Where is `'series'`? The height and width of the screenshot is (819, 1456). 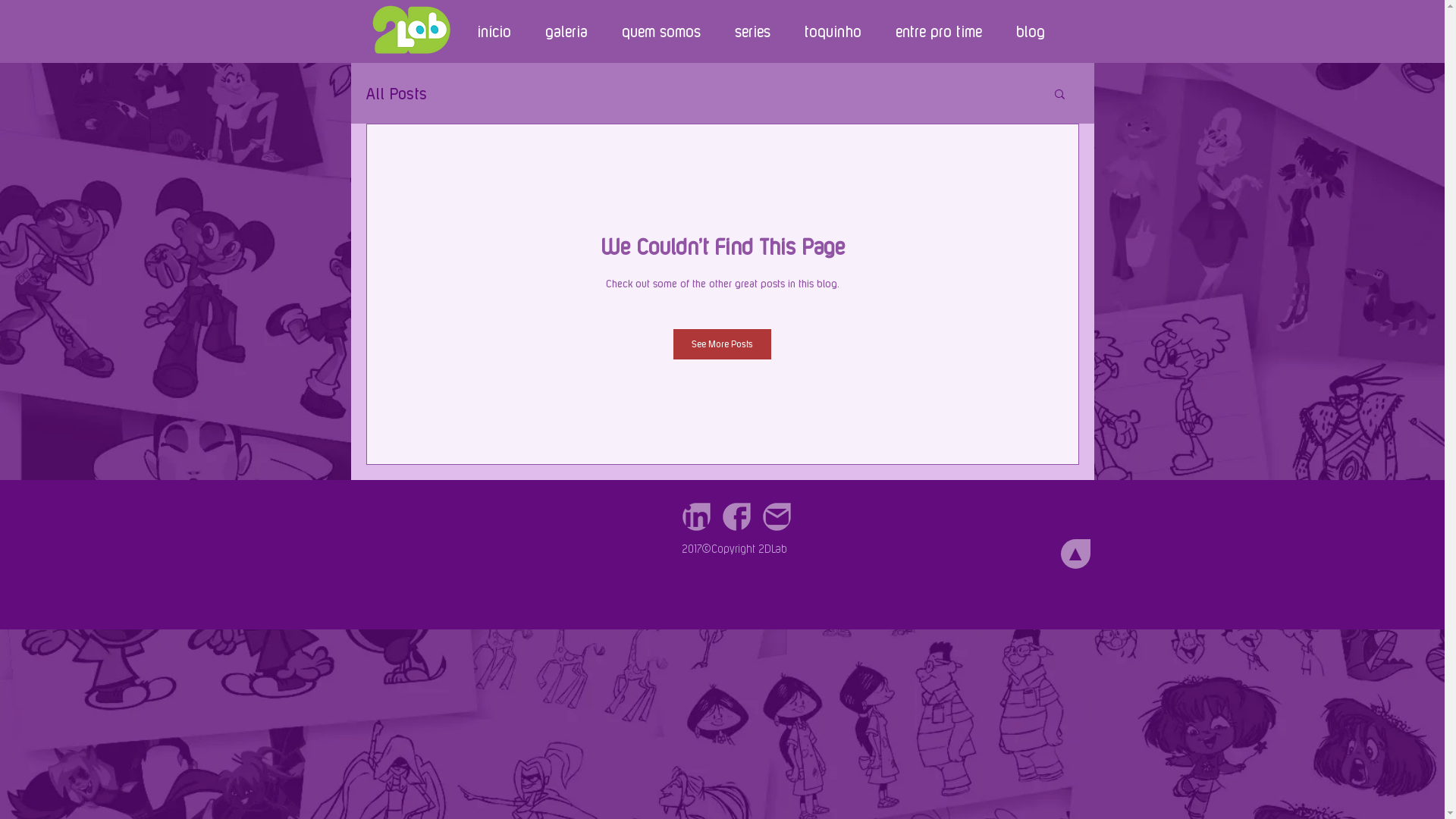
'series' is located at coordinates (752, 31).